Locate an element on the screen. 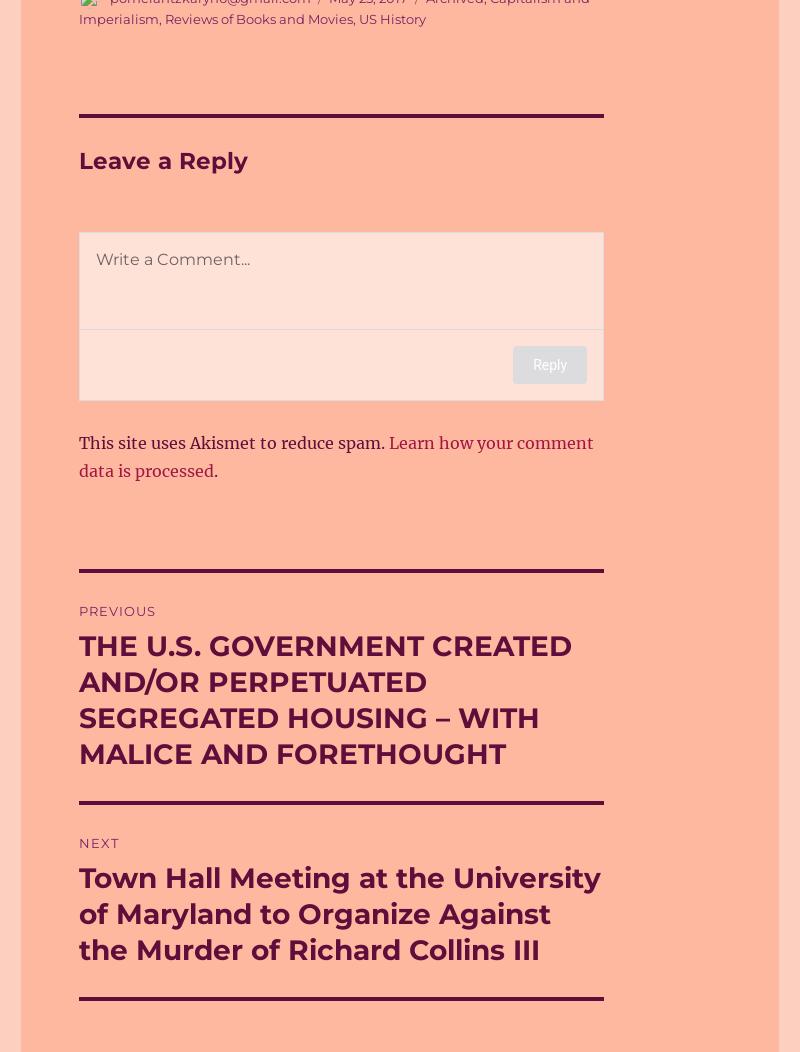  'Town Hall Meeting at the University of Maryland to Organize Against the Murder of Richard Collins III' is located at coordinates (340, 913).